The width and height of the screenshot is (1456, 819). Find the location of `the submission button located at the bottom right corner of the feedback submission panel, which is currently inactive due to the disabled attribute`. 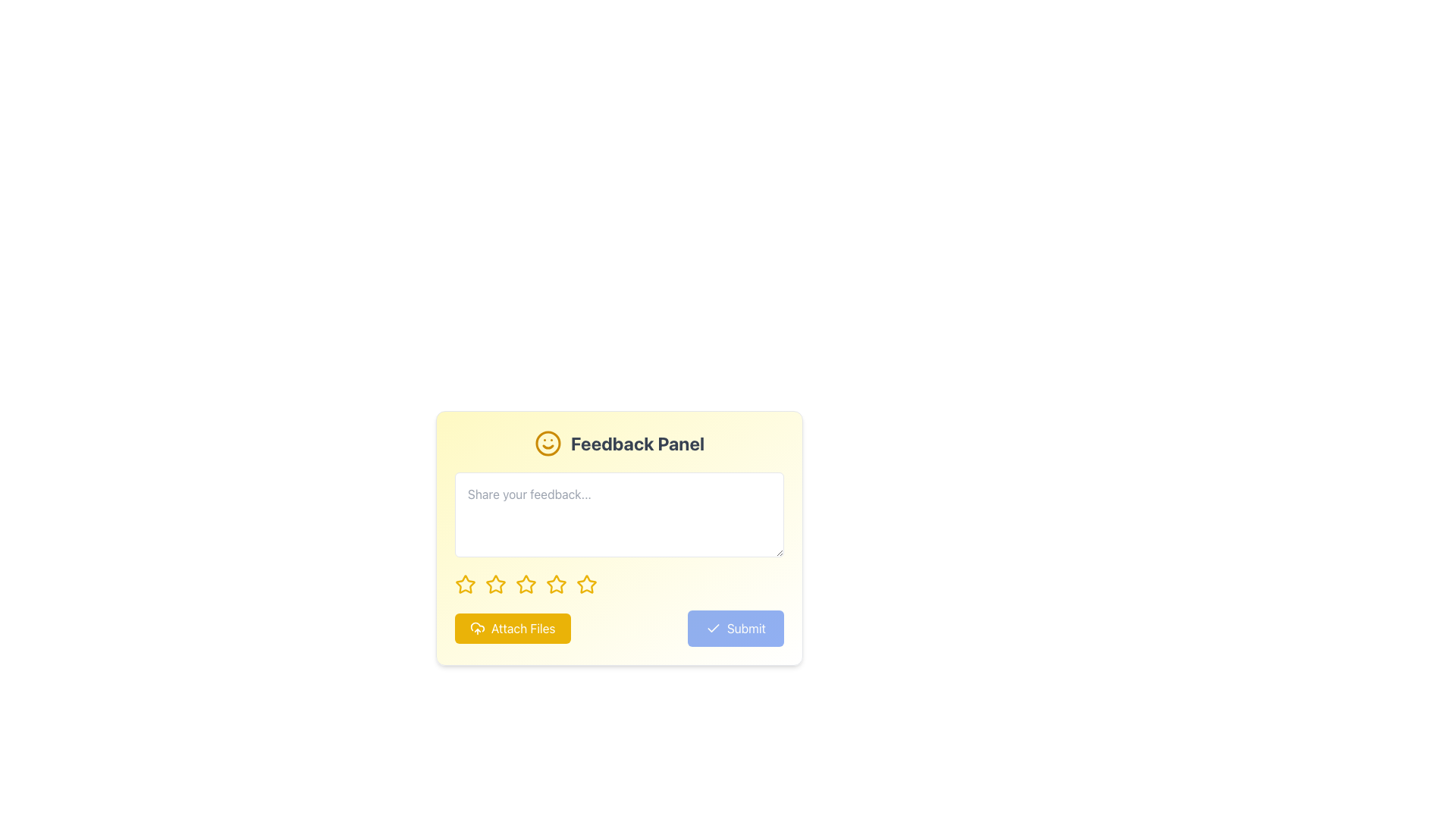

the submission button located at the bottom right corner of the feedback submission panel, which is currently inactive due to the disabled attribute is located at coordinates (736, 629).